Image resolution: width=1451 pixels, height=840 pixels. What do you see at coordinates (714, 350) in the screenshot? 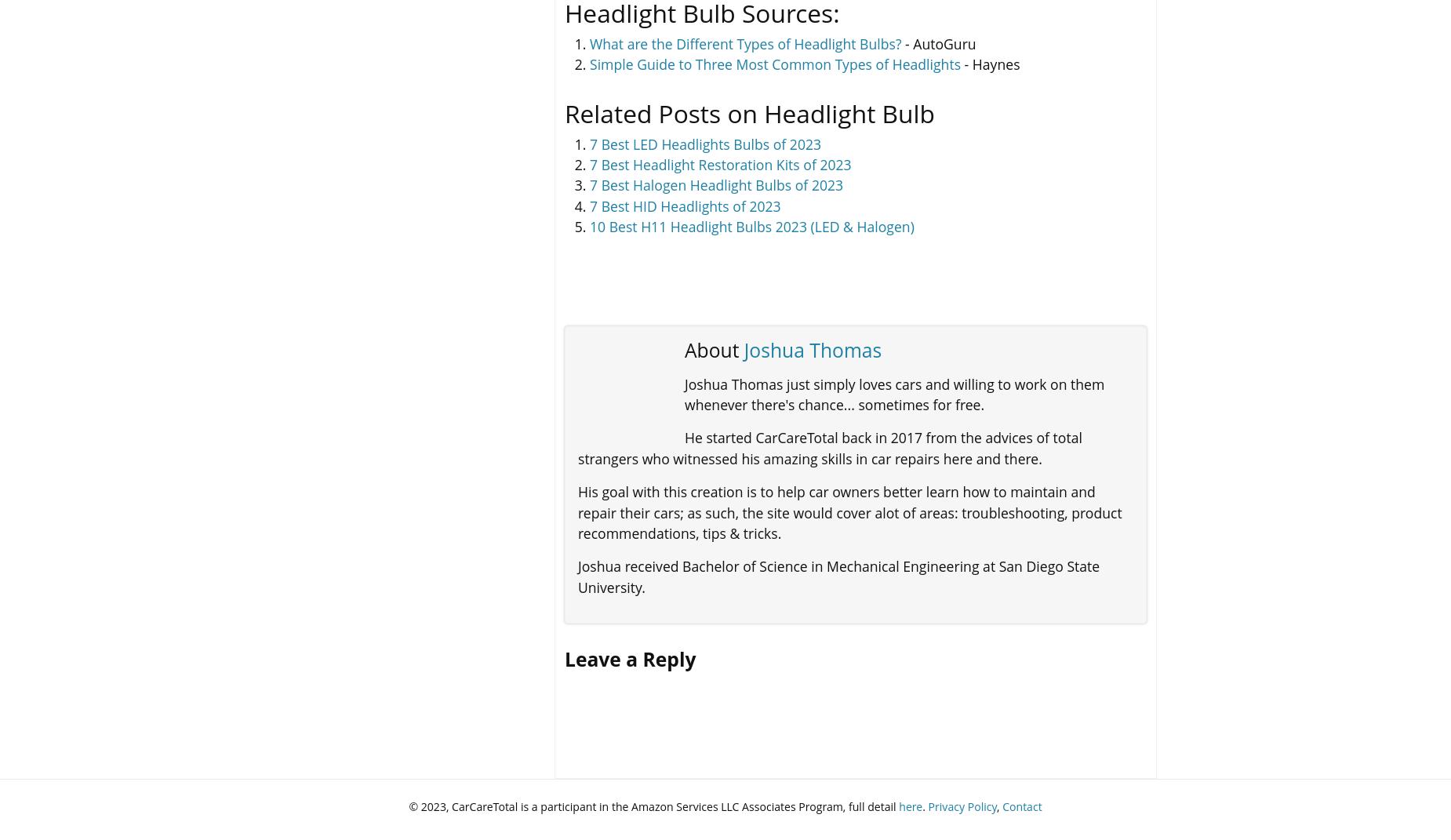
I see `'About'` at bounding box center [714, 350].